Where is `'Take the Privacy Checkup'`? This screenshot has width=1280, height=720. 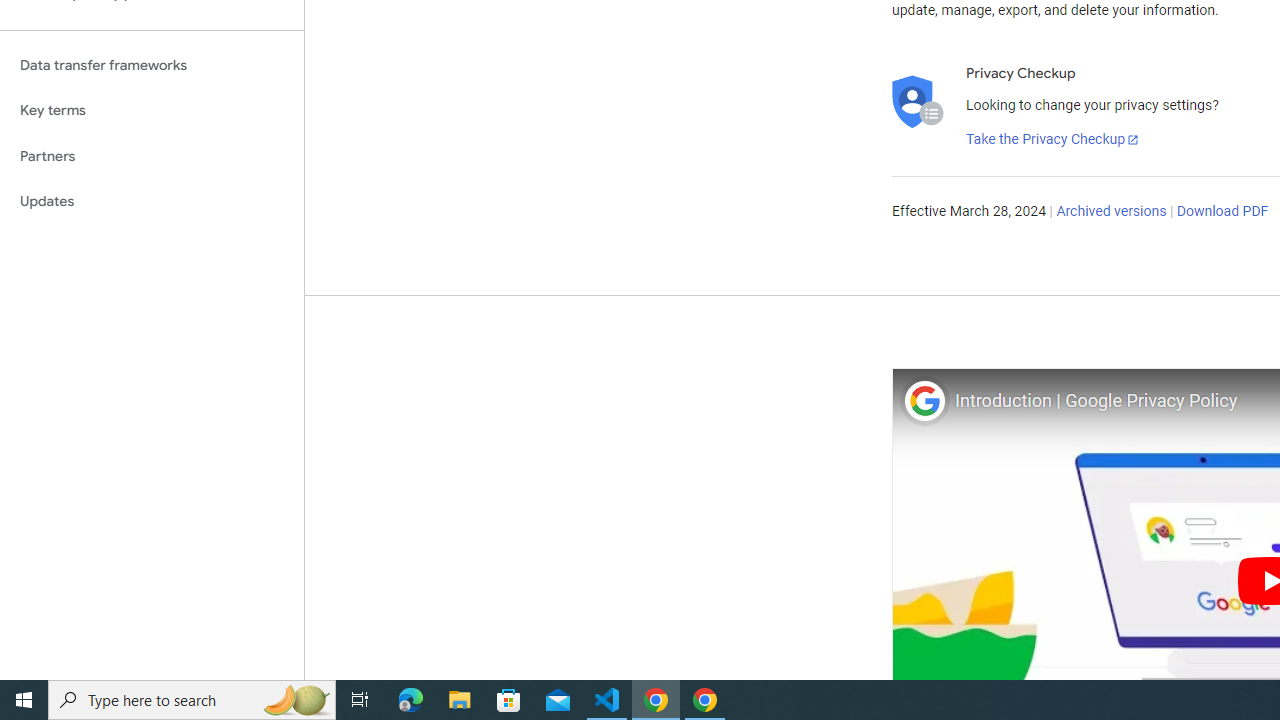
'Take the Privacy Checkup' is located at coordinates (1052, 139).